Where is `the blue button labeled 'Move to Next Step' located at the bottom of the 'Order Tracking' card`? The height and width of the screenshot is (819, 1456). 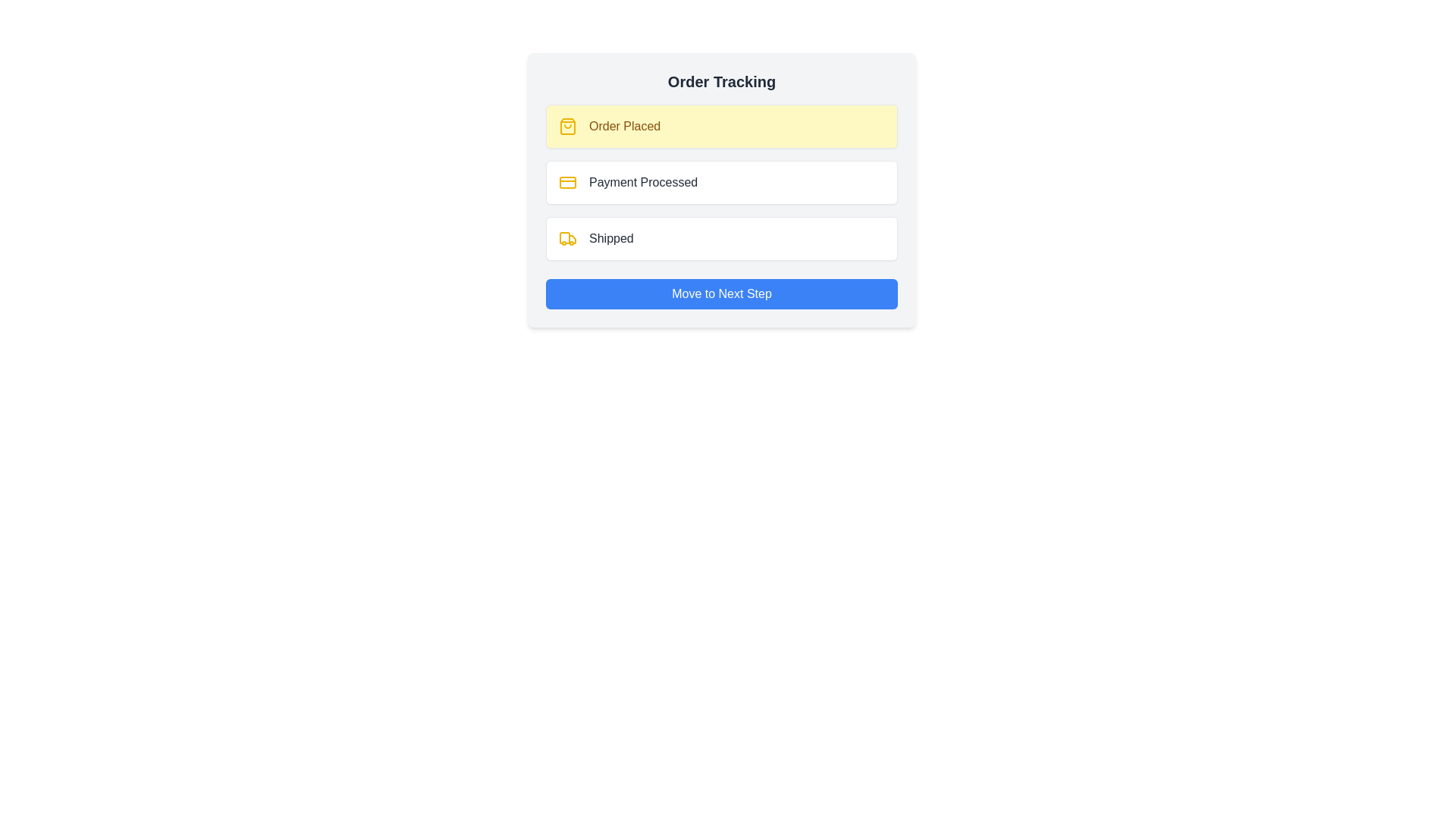
the blue button labeled 'Move to Next Step' located at the bottom of the 'Order Tracking' card is located at coordinates (720, 294).